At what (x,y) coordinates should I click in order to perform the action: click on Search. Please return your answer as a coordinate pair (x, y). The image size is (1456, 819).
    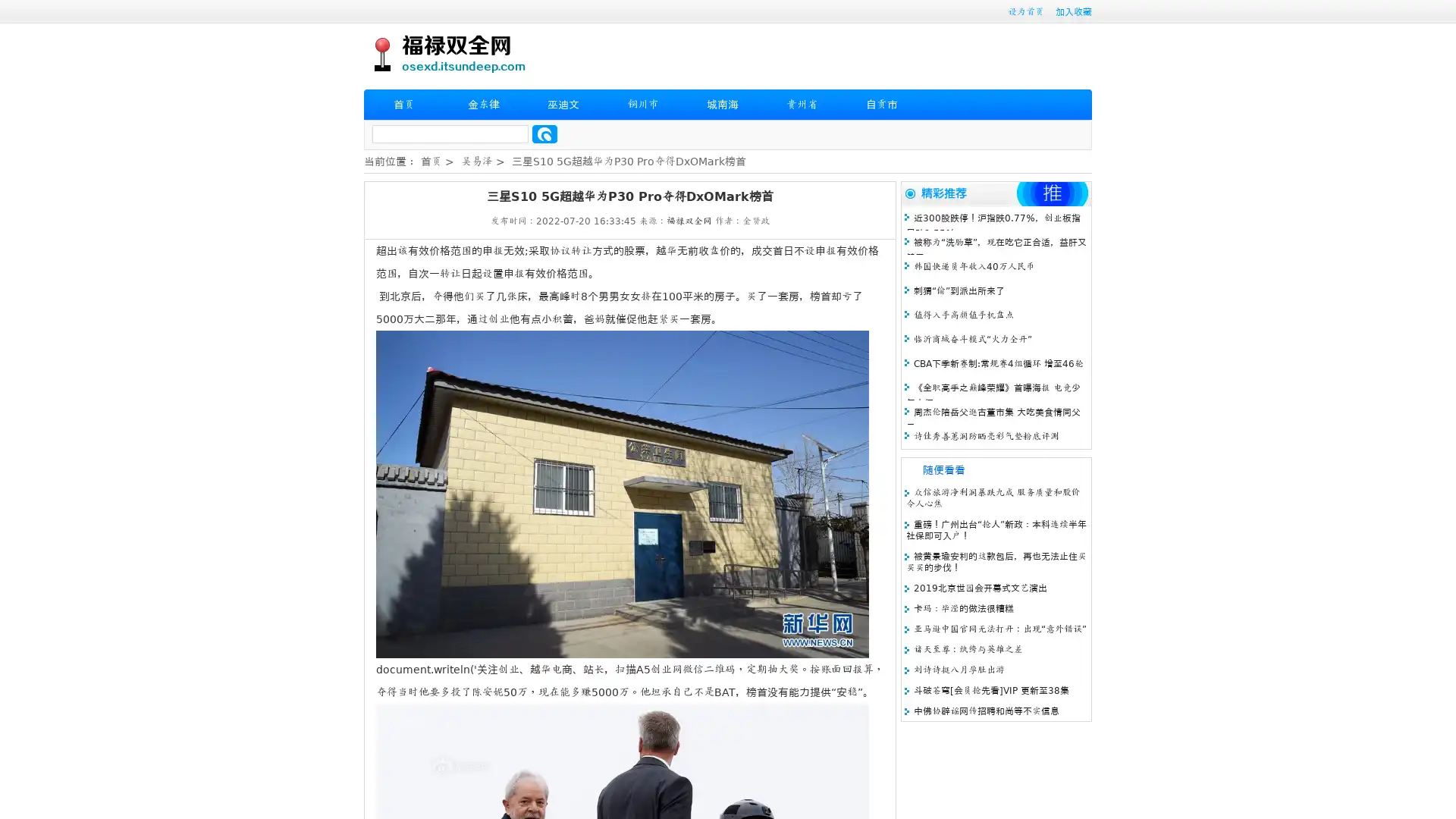
    Looking at the image, I should click on (544, 133).